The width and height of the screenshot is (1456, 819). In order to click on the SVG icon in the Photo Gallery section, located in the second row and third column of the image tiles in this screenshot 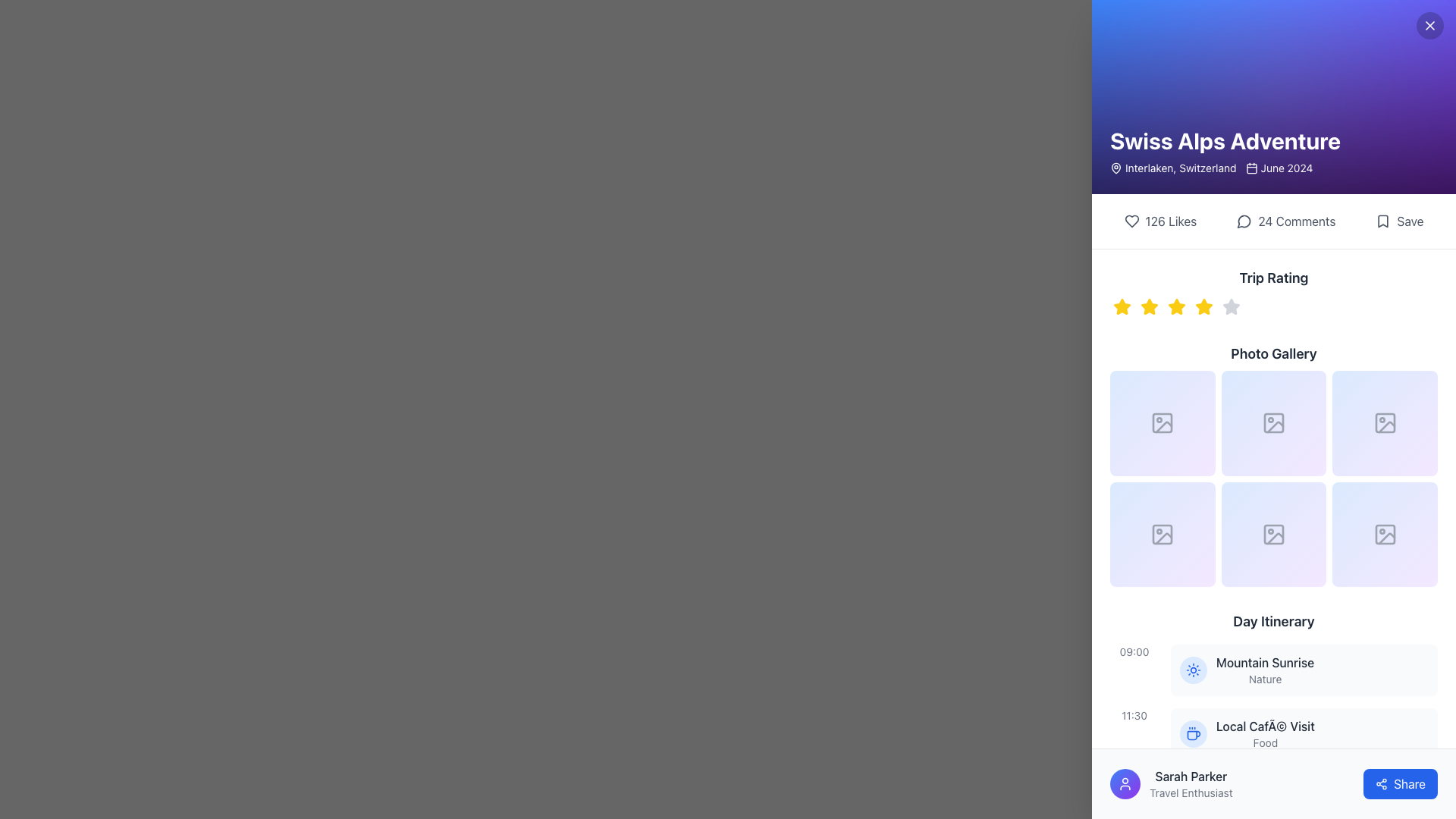, I will do `click(1385, 423)`.